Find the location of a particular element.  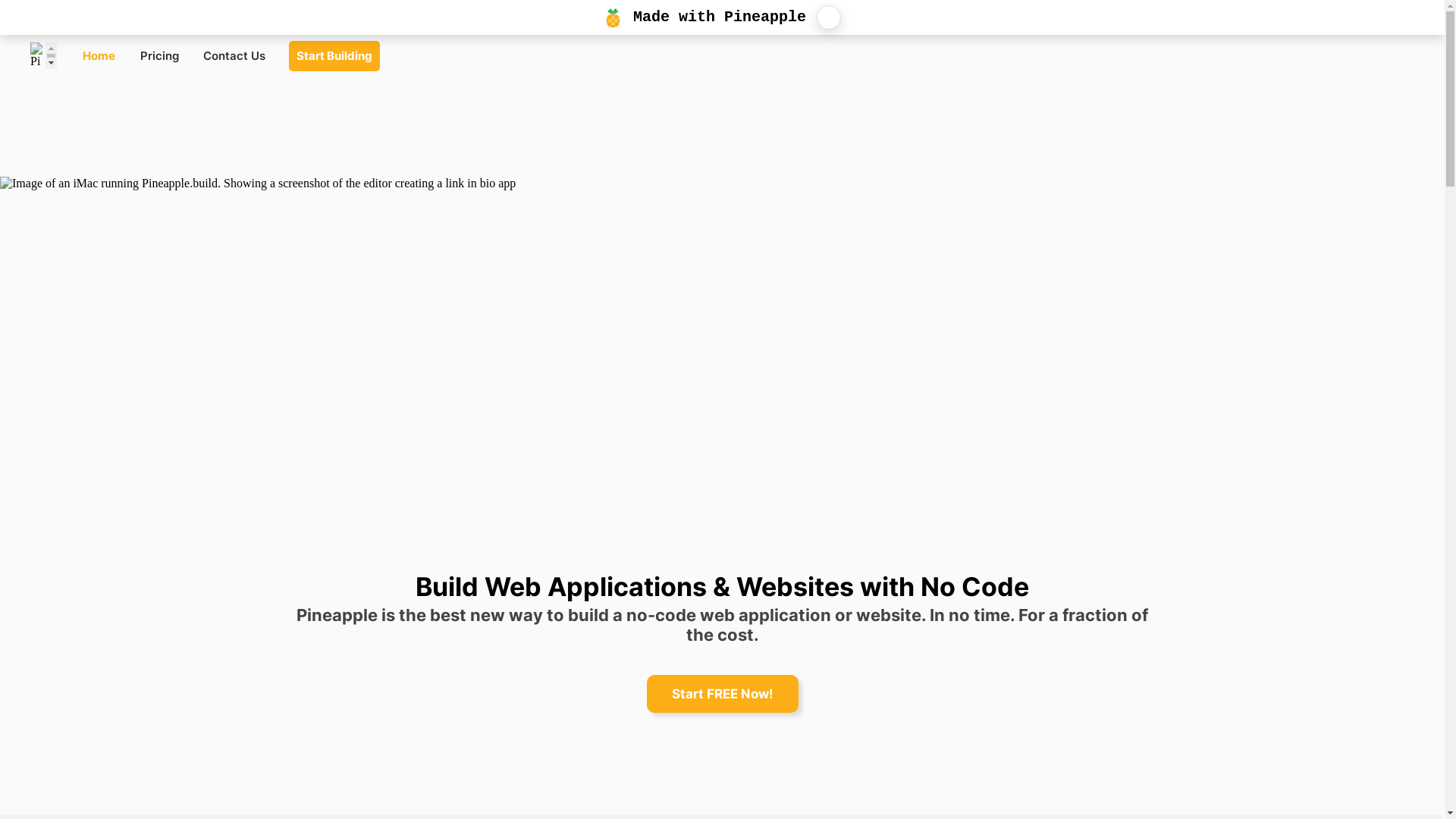

'Pineapple Logo Image' is located at coordinates (30, 55).